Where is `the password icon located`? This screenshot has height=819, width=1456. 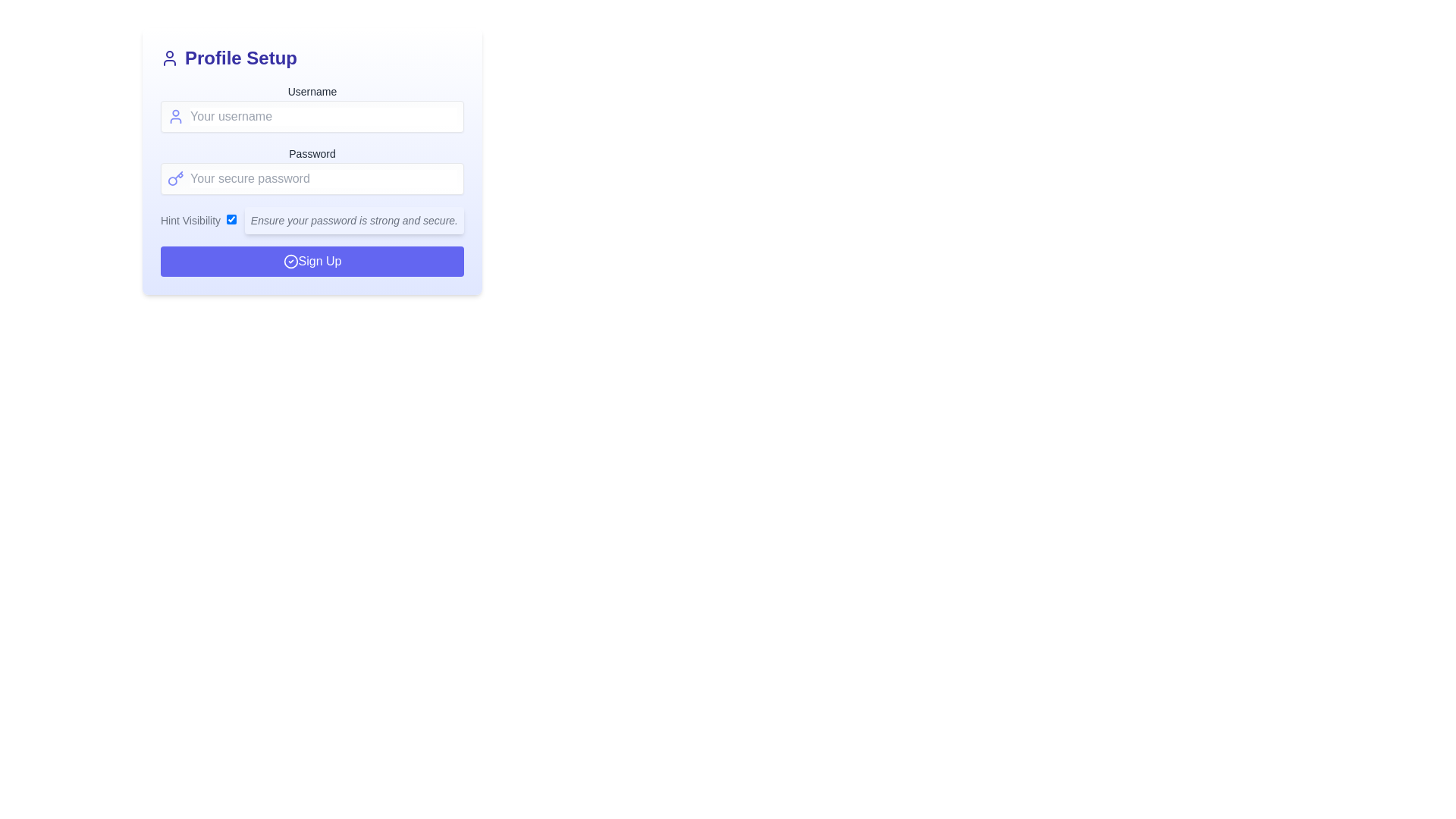 the password icon located is located at coordinates (176, 177).